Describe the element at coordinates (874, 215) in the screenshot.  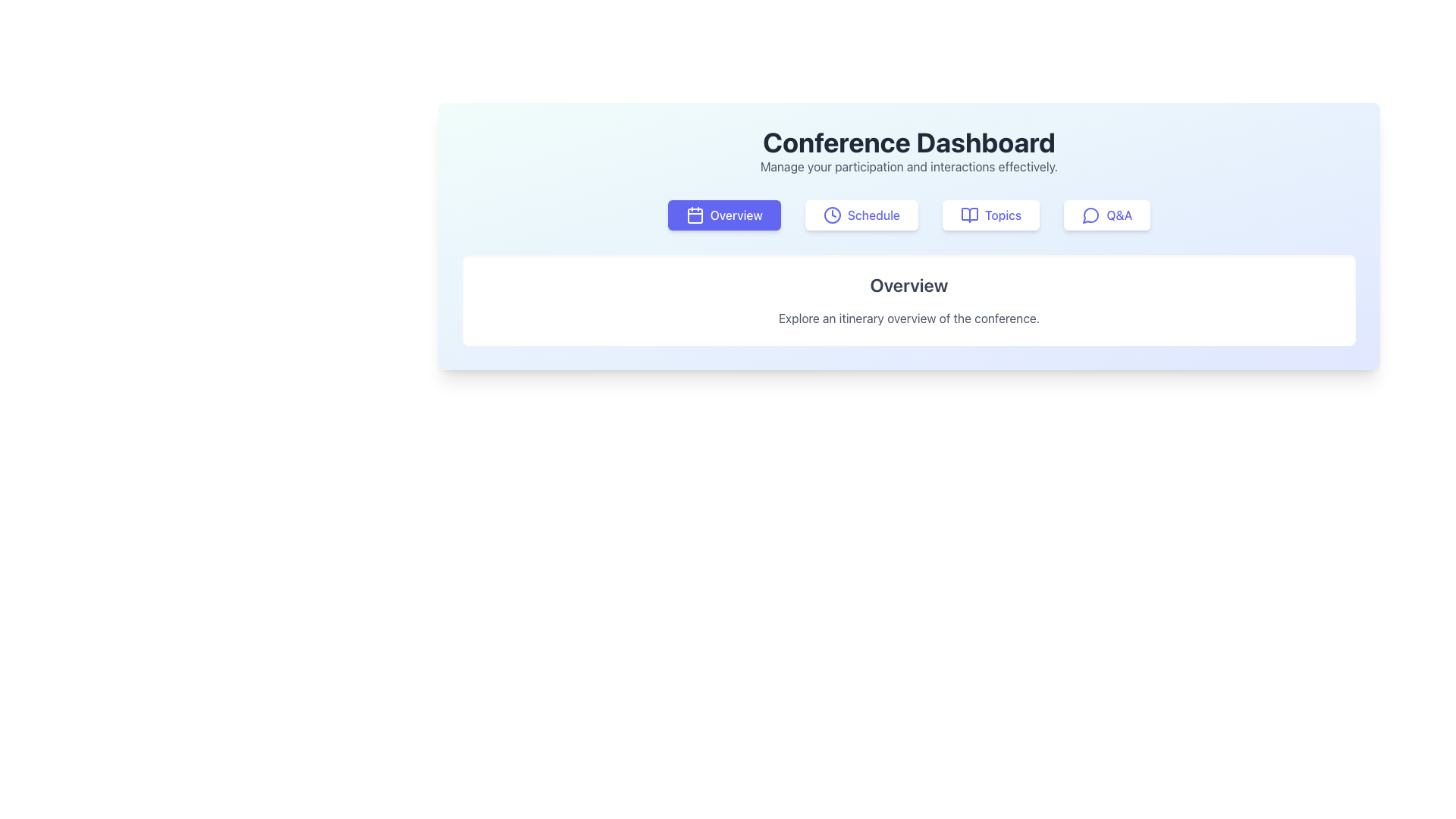
I see `the 'Schedule' text label element, which is part of a button or navigational link in the header section of the interface` at that location.